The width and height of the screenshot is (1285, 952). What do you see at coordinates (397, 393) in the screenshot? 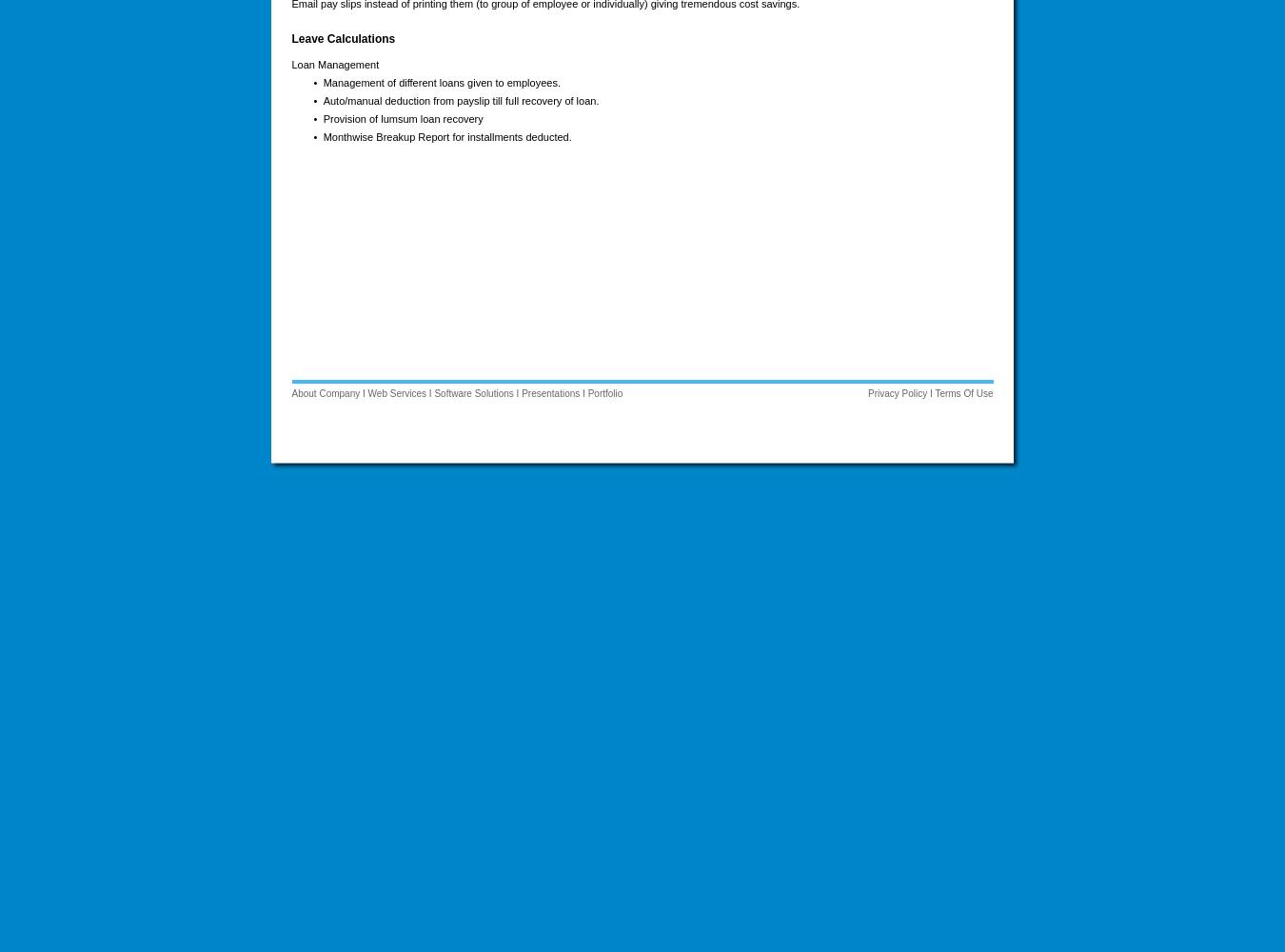
I see `'Web Services'` at bounding box center [397, 393].